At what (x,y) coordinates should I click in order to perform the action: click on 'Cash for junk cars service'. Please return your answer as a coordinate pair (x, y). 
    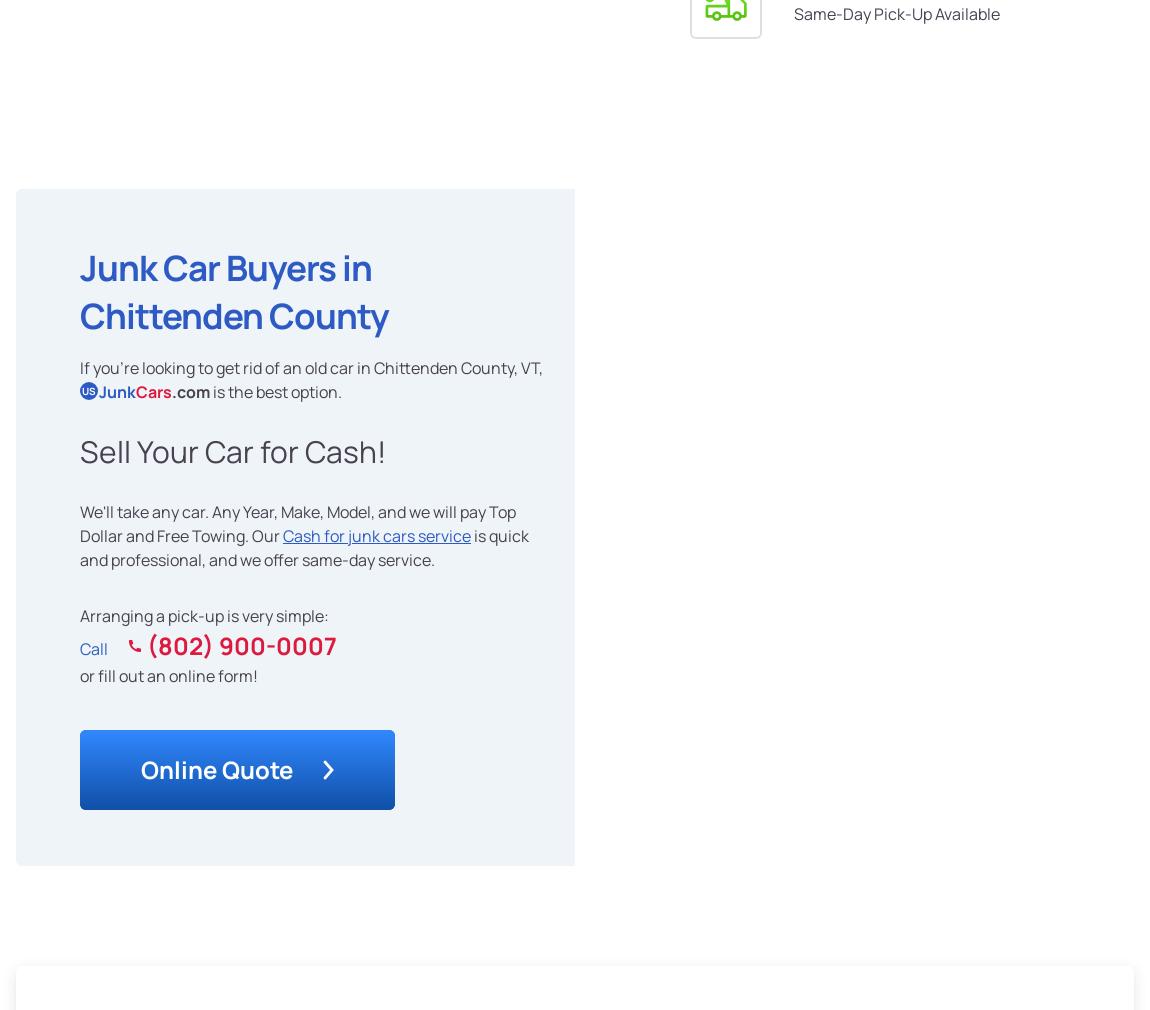
    Looking at the image, I should click on (376, 533).